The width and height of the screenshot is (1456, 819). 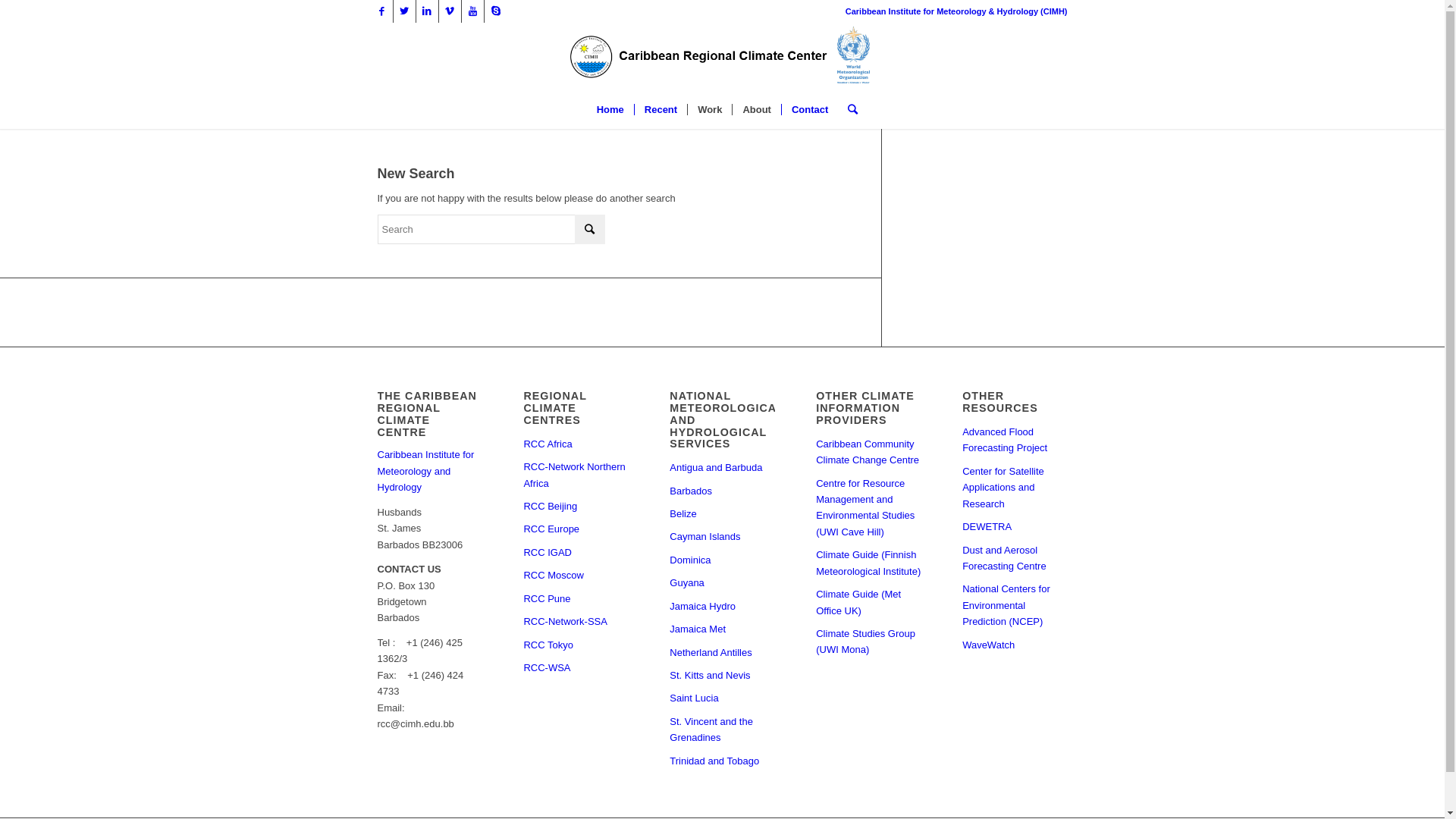 I want to click on 'Belize', so click(x=720, y=513).